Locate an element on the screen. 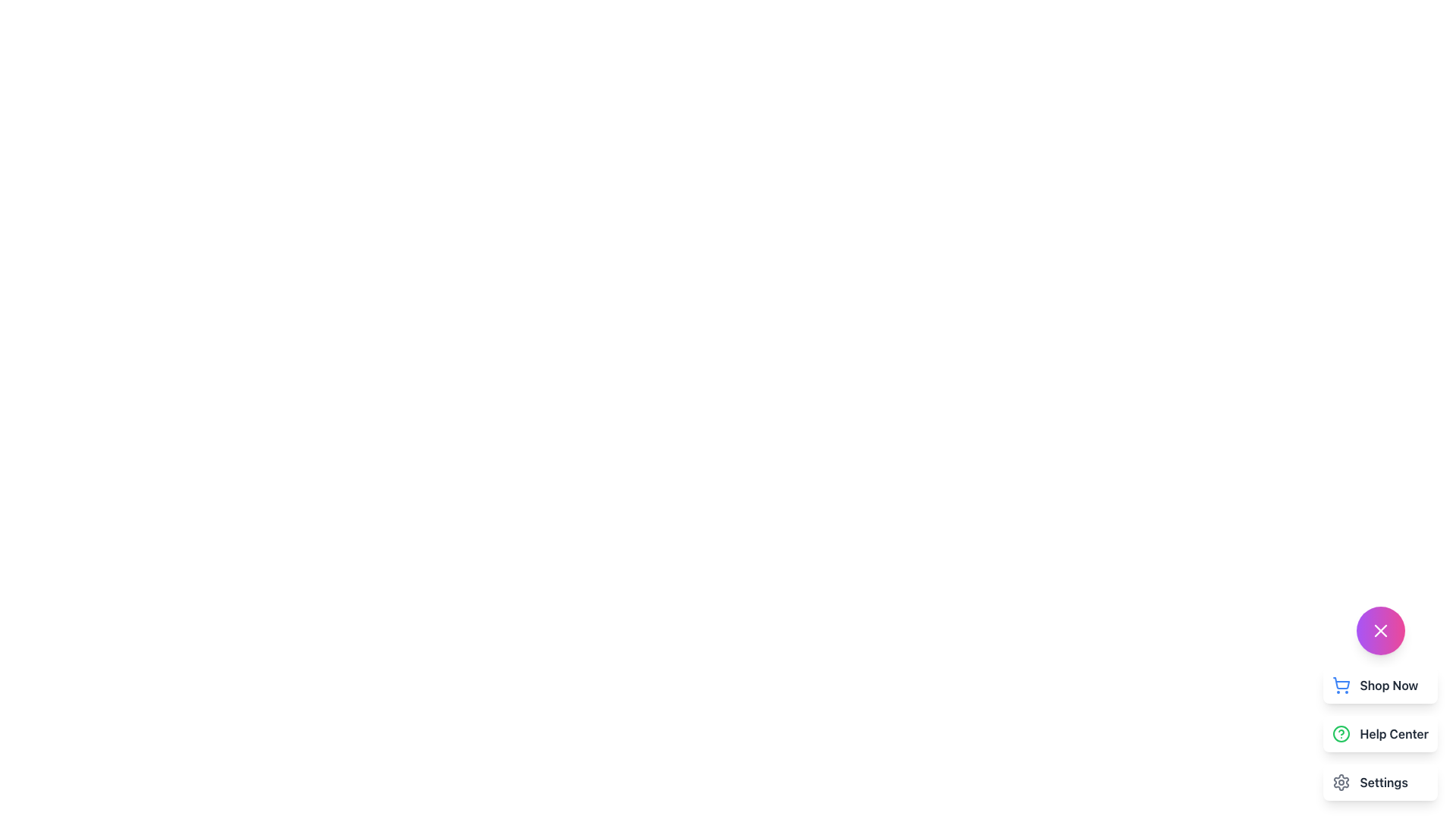  the shopping cart icon, which represents e-commerce functionality is located at coordinates (1341, 683).